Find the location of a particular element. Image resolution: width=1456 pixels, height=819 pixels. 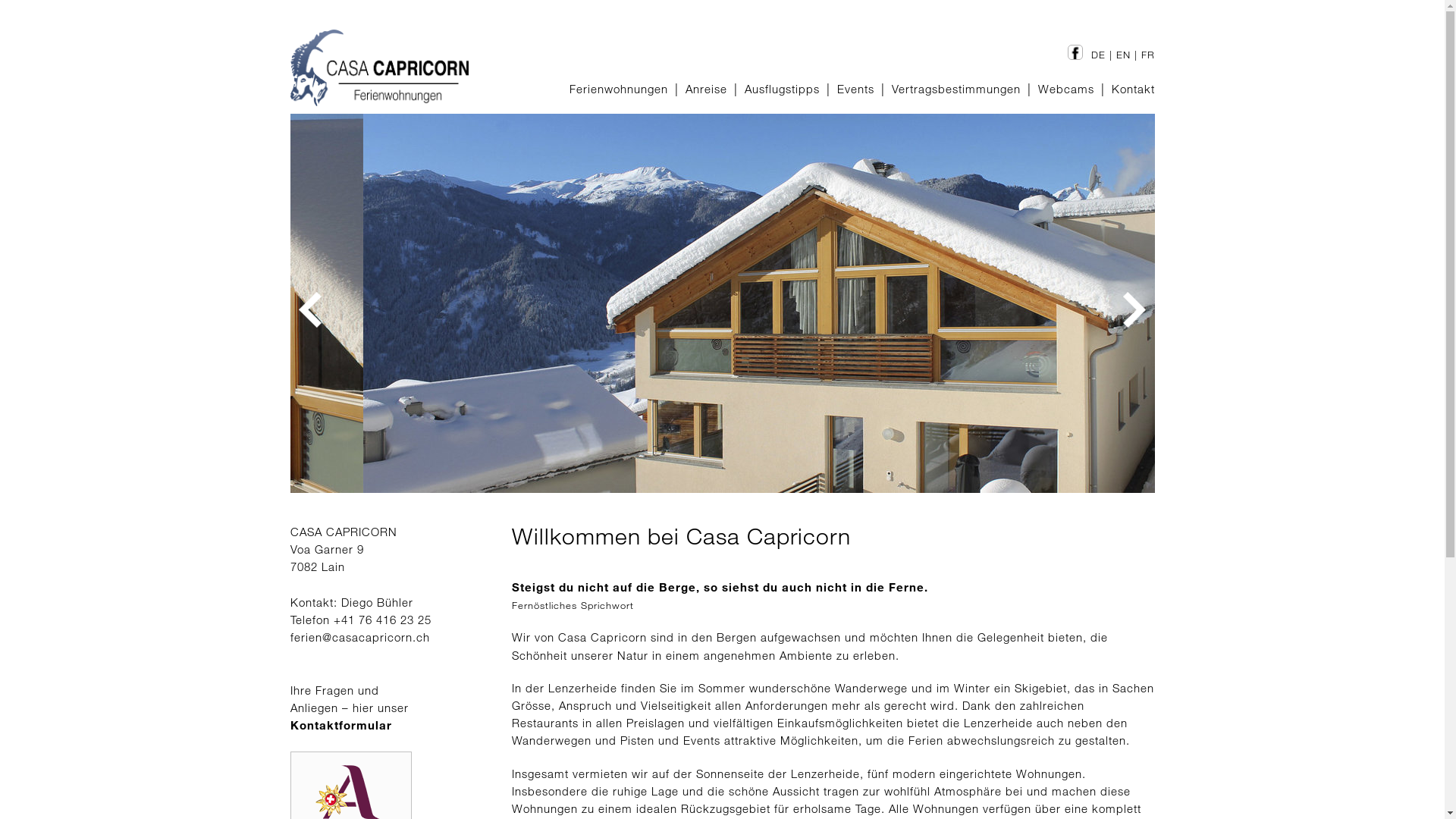

'Kontaktformular' is located at coordinates (340, 724).